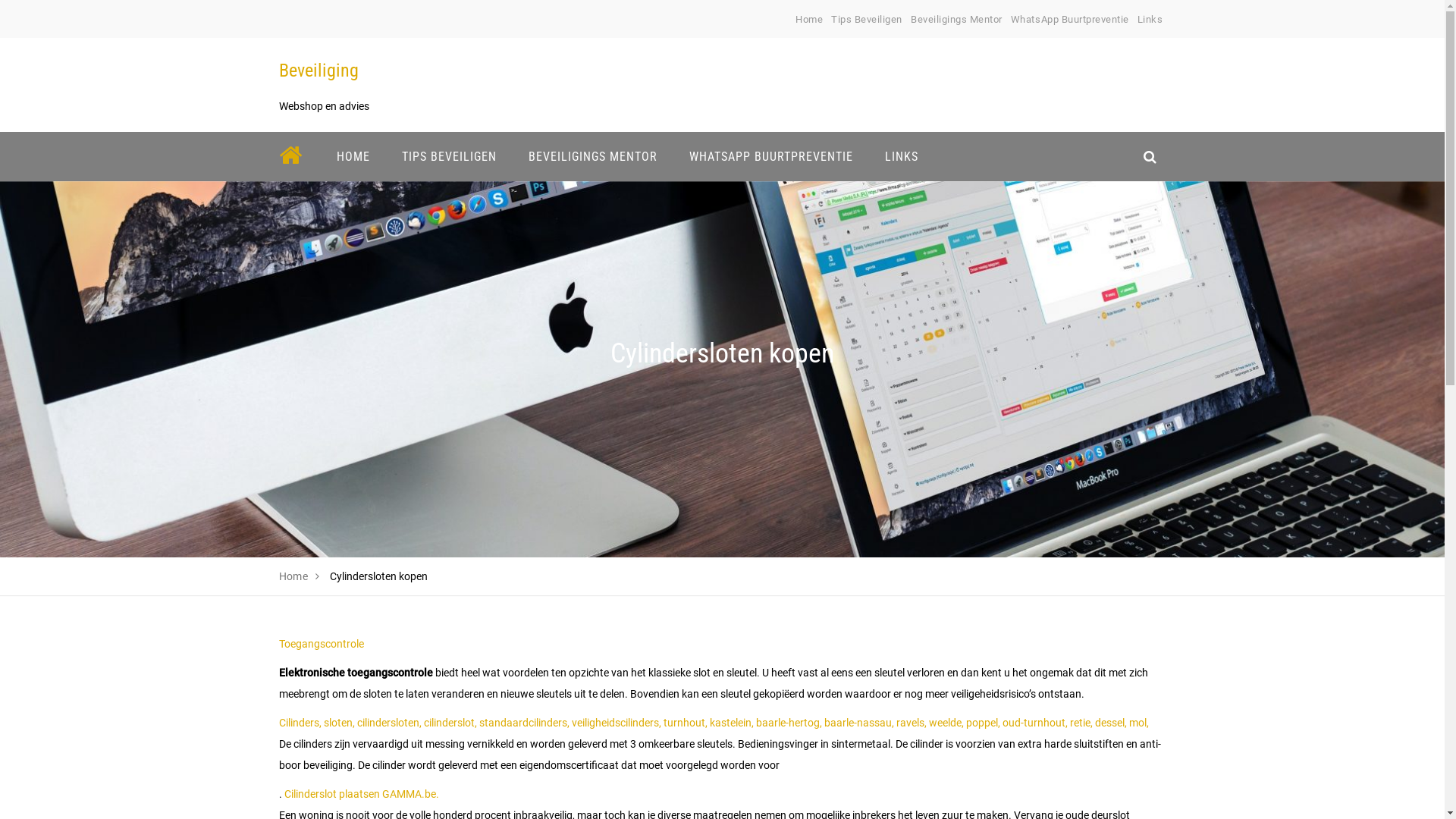  I want to click on 'Home', so click(795, 19).